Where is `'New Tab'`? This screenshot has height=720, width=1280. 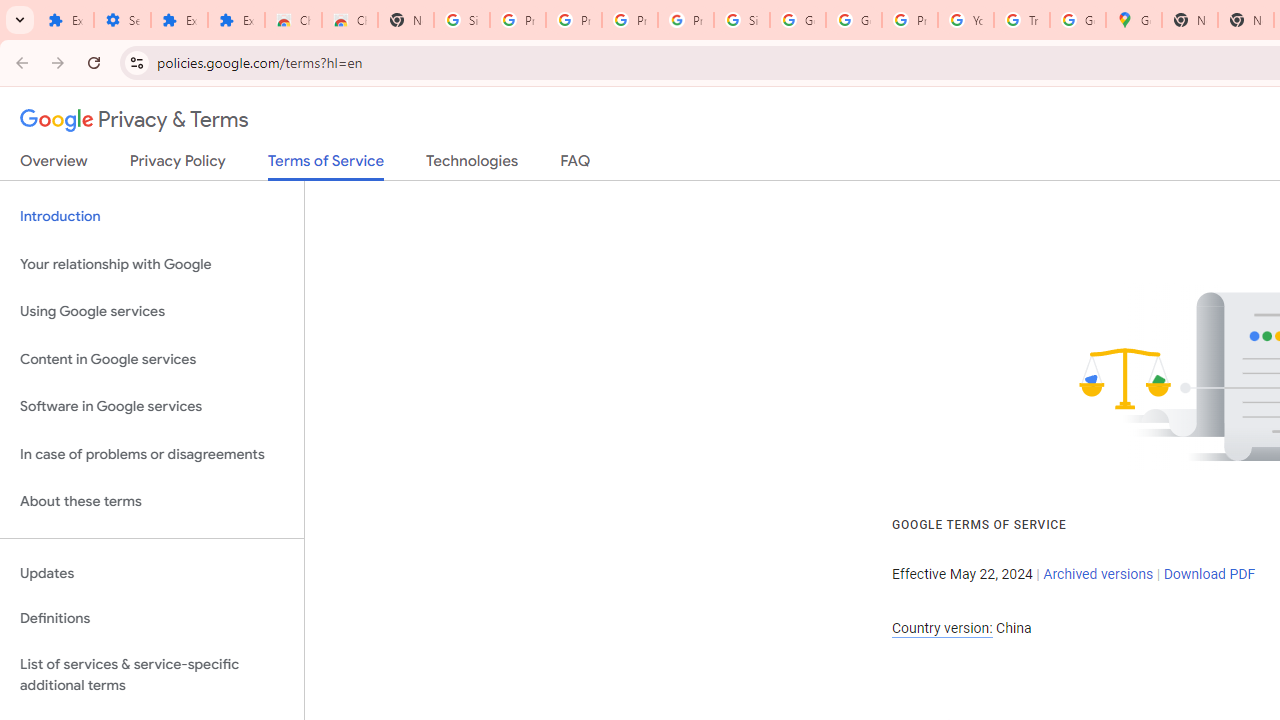
'New Tab' is located at coordinates (404, 20).